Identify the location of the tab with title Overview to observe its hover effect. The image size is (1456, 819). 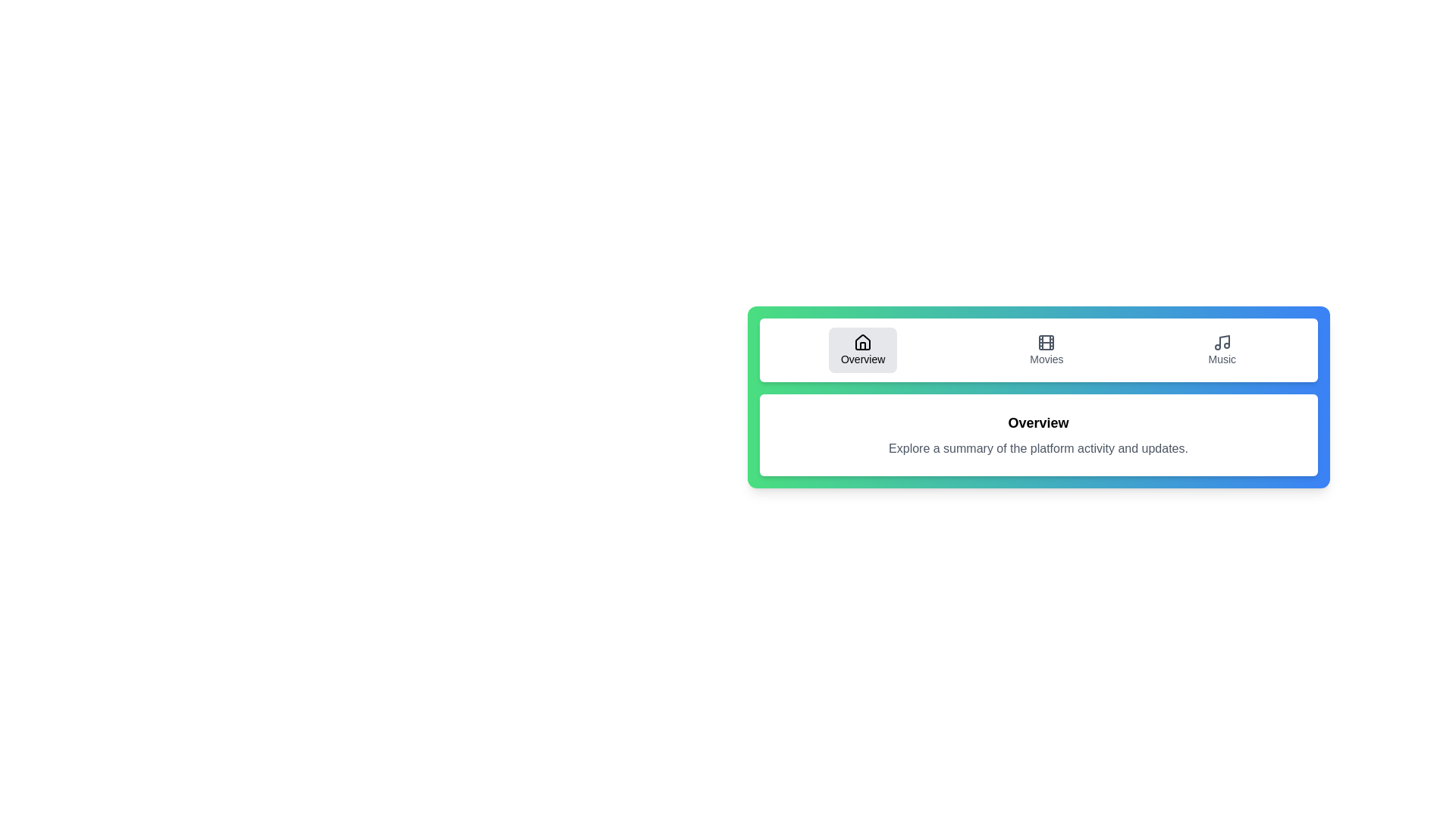
(863, 350).